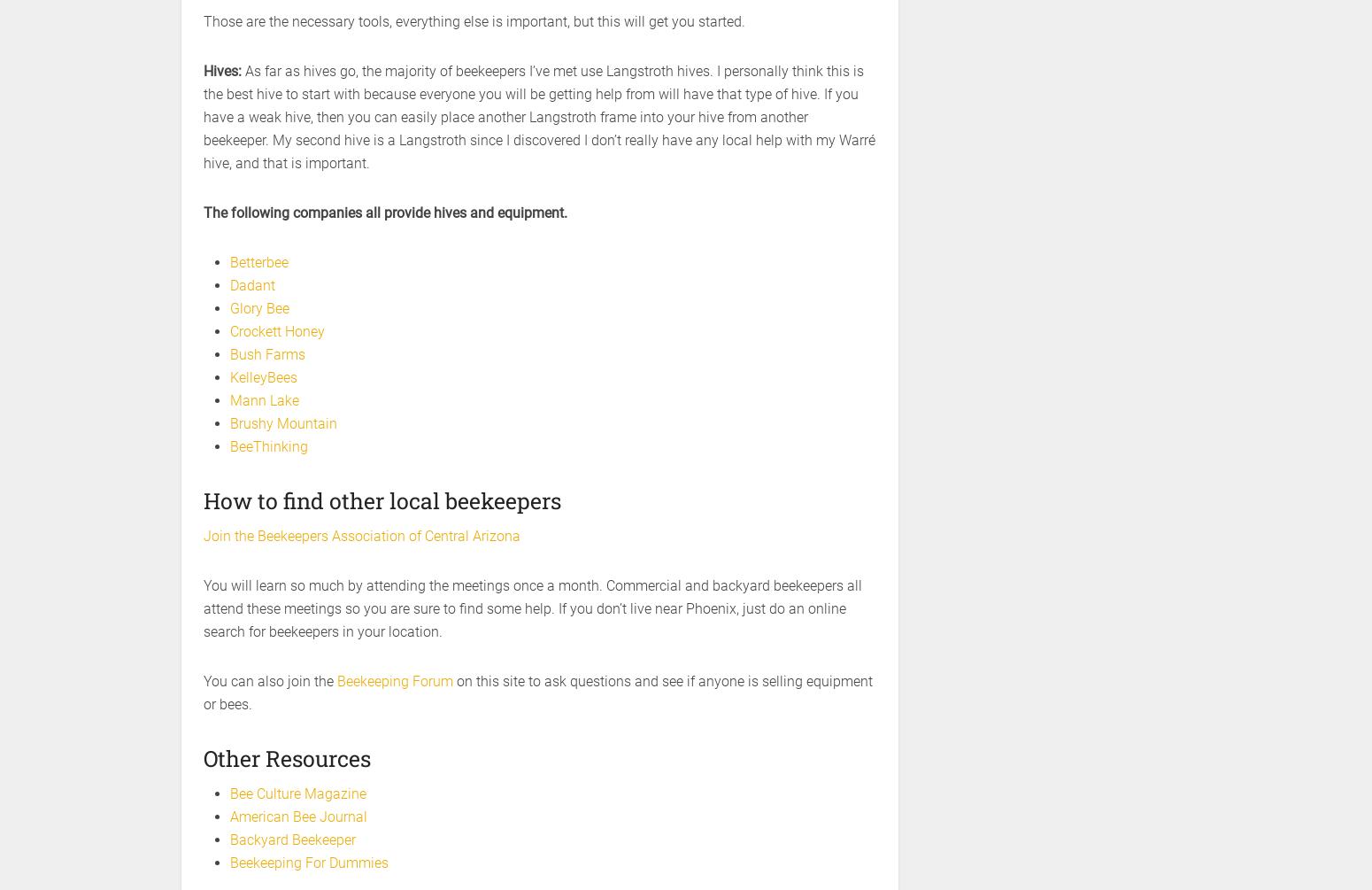 This screenshot has height=890, width=1372. Describe the element at coordinates (533, 608) in the screenshot. I see `'You will learn so much by attending the meetings once a month. Commercial and backyard beekeepers all attend these meetings so you are sure to find some help. If you don’t live near Phoenix, just do an online search for beekeepers in your location.'` at that location.